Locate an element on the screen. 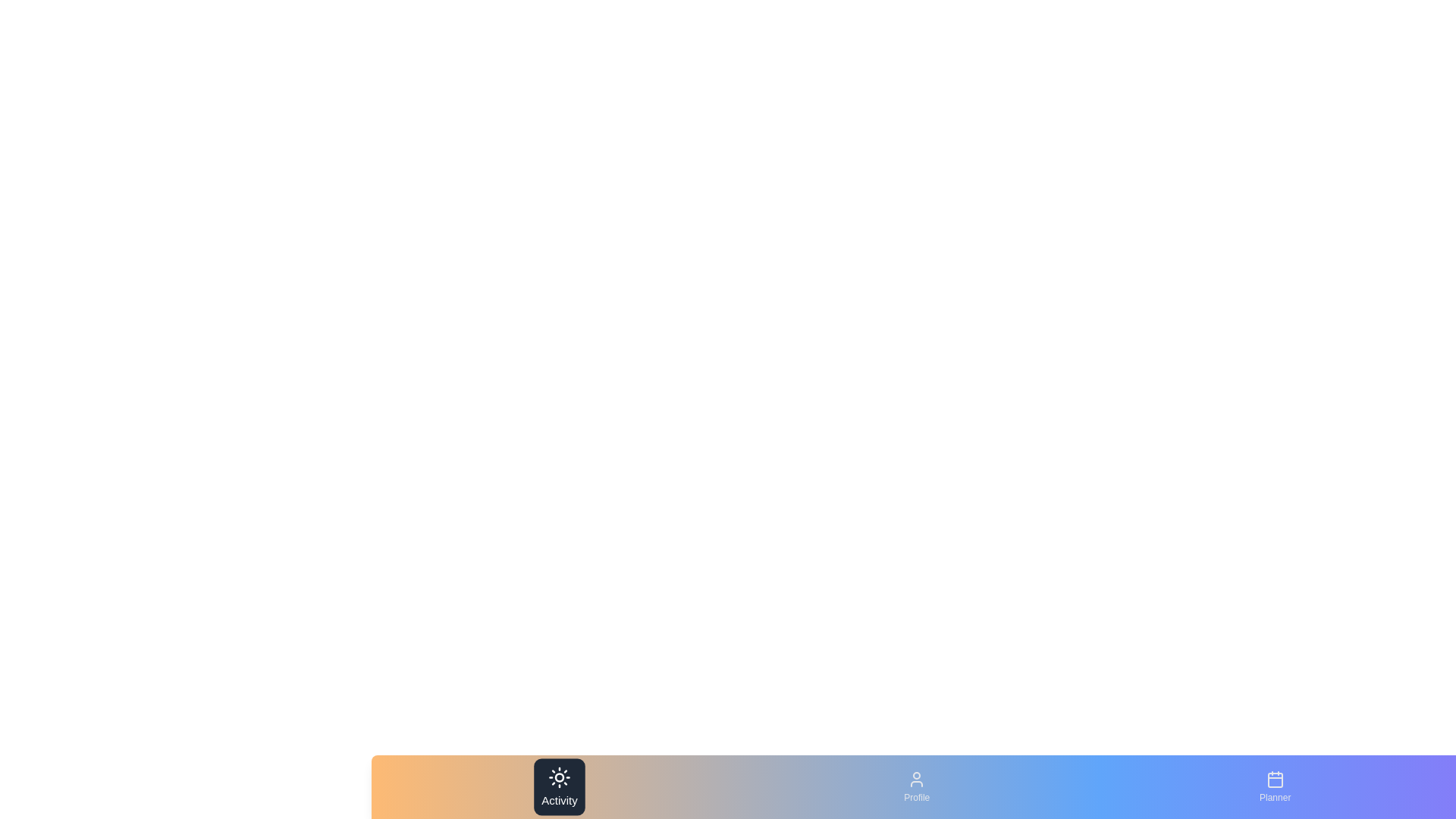 This screenshot has width=1456, height=819. the tab labeled Planner is located at coordinates (1274, 786).